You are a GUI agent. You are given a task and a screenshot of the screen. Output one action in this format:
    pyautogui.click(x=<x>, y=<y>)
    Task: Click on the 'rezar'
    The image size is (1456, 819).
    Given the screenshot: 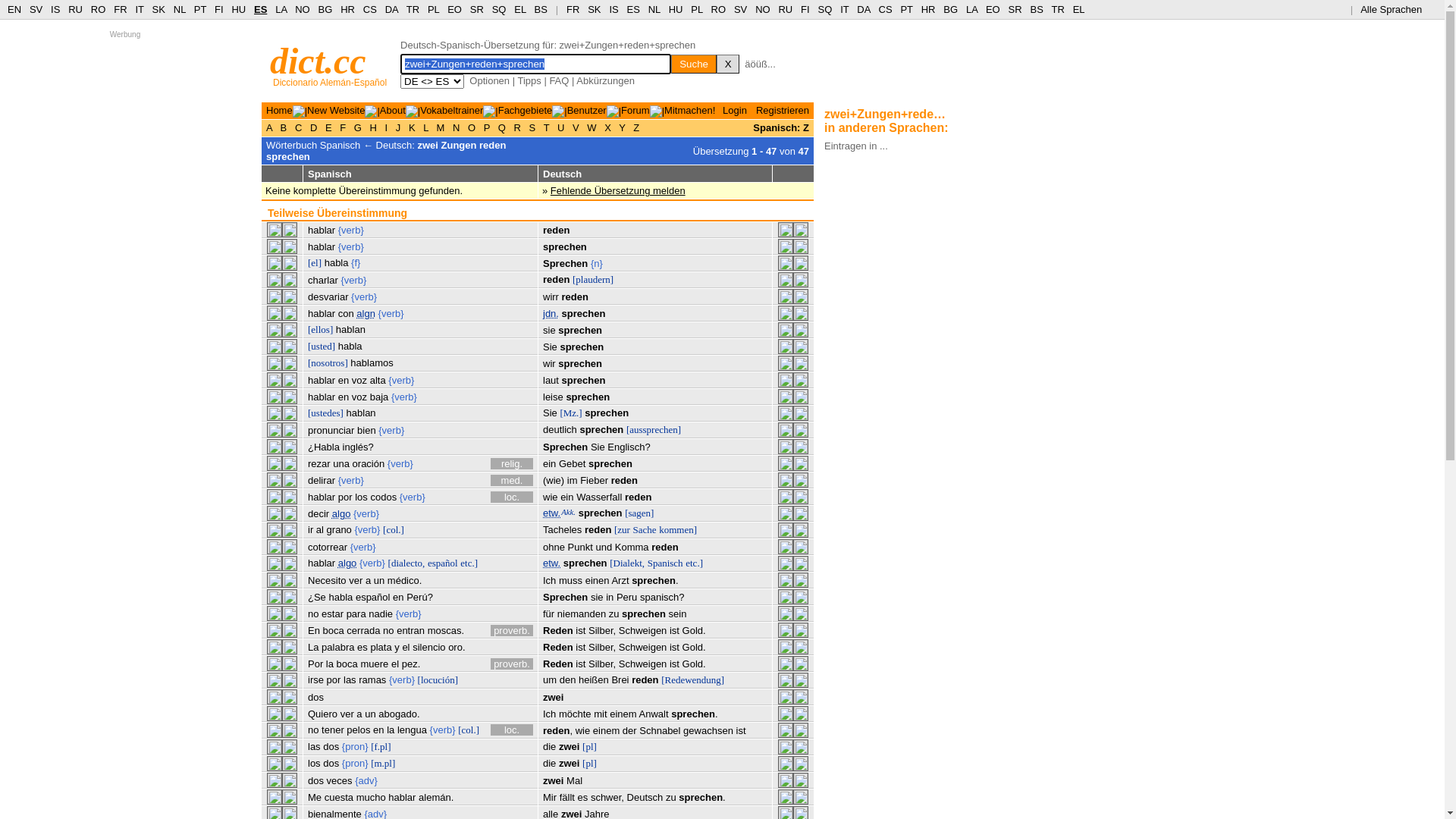 What is the action you would take?
    pyautogui.click(x=307, y=463)
    